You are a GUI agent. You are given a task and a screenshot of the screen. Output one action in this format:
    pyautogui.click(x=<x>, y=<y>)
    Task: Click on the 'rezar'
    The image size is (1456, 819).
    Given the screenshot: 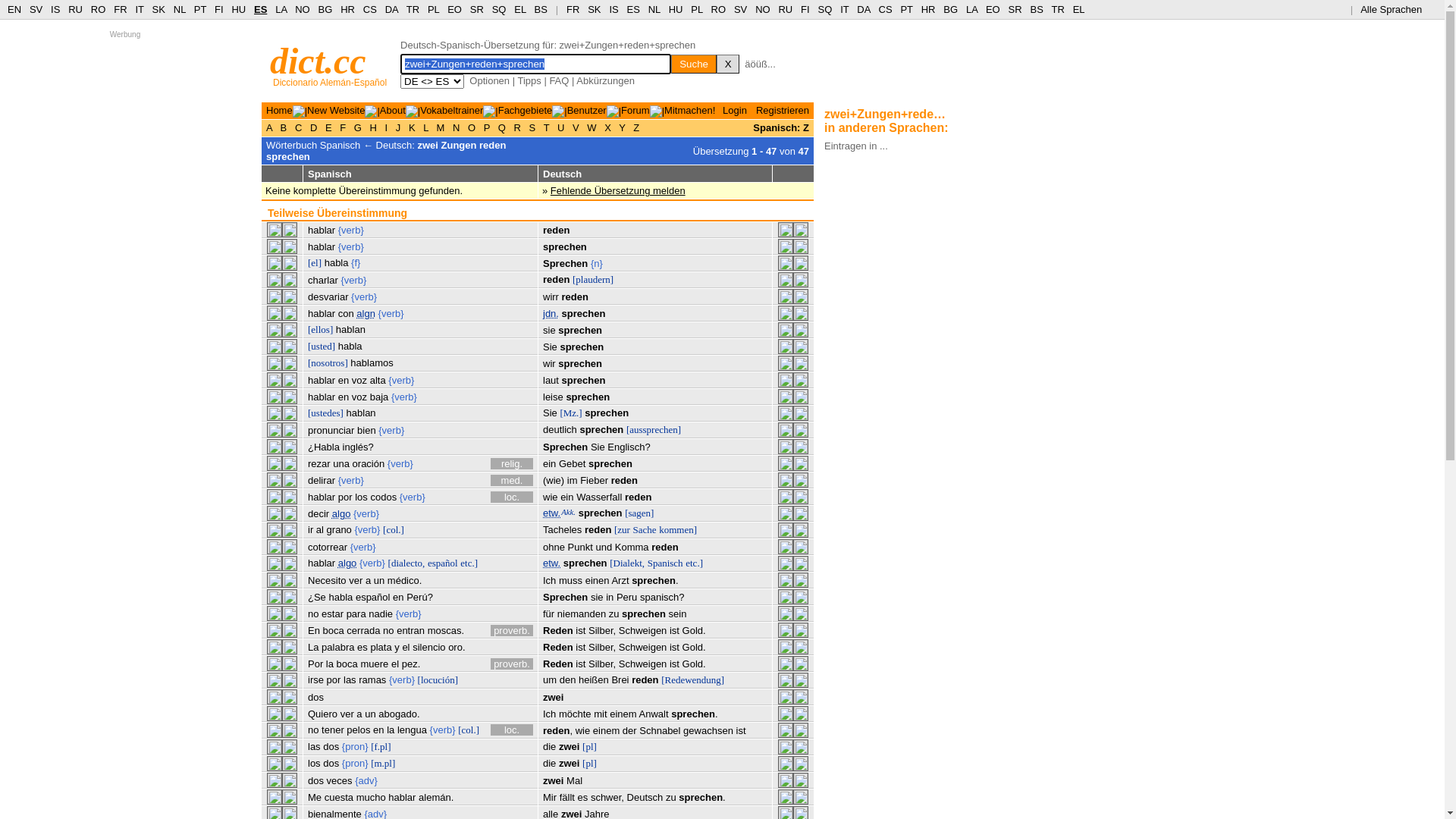 What is the action you would take?
    pyautogui.click(x=307, y=463)
    